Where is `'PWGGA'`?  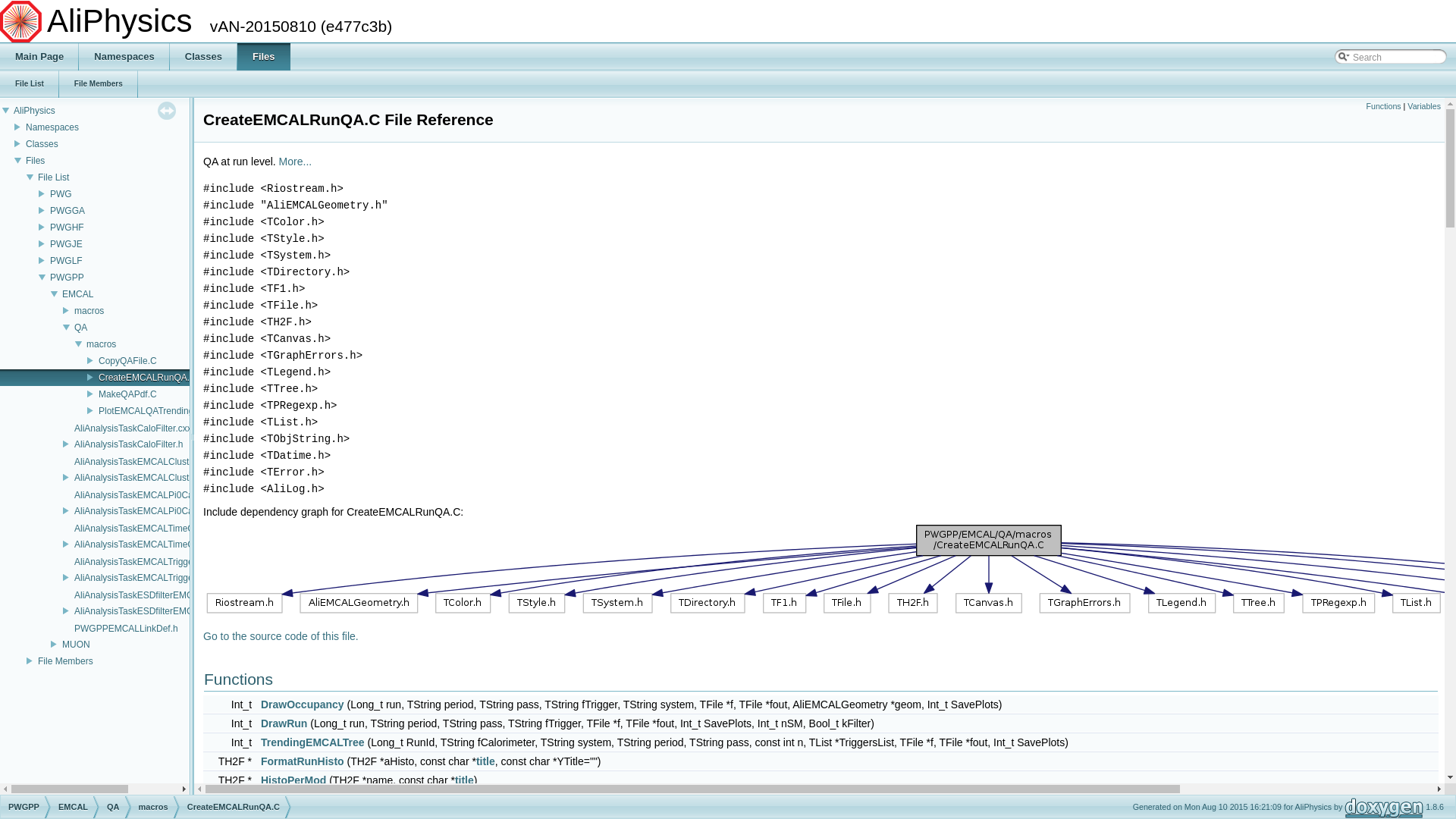 'PWGGA' is located at coordinates (67, 210).